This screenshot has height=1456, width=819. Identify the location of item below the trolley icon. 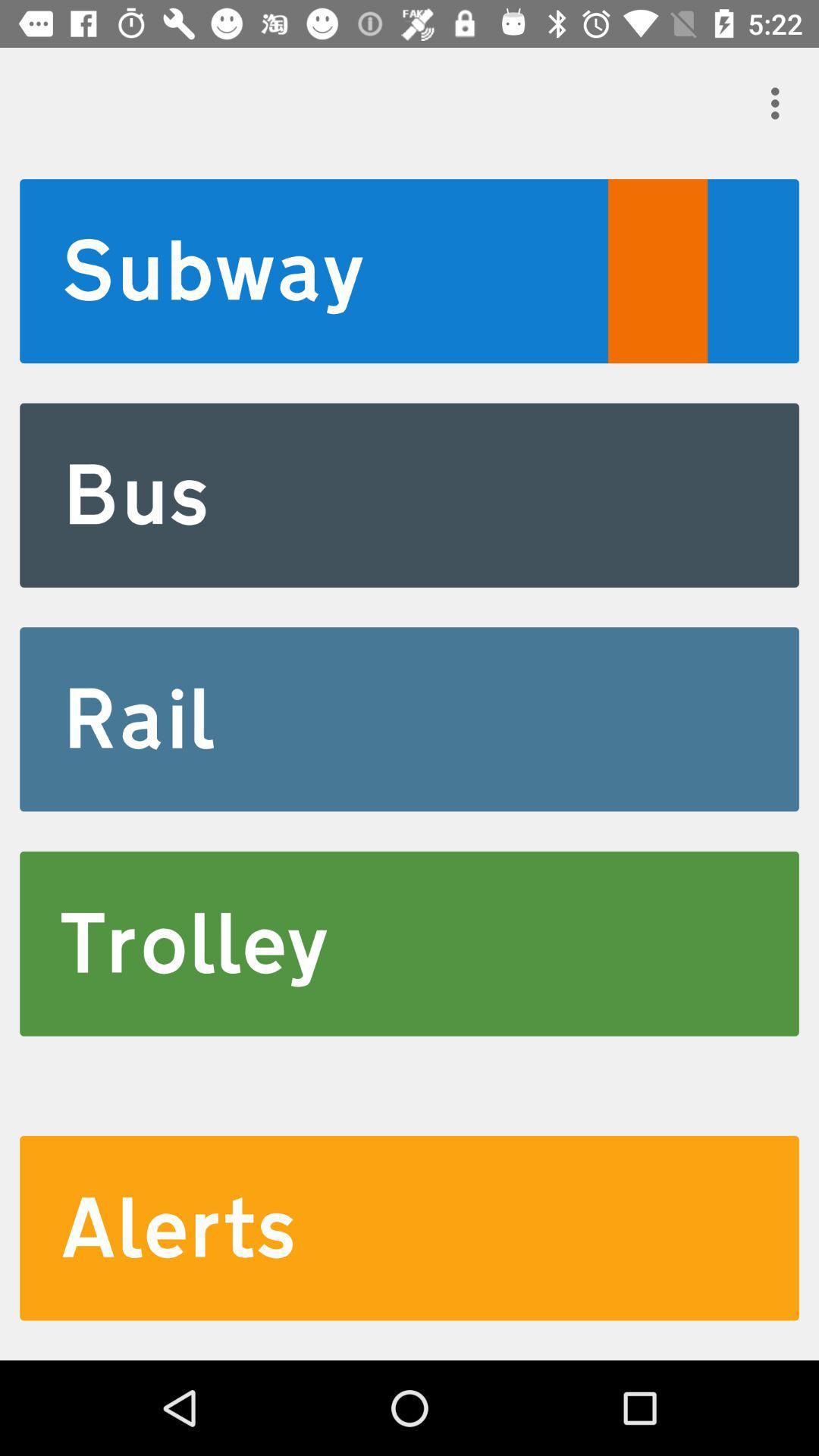
(409, 1228).